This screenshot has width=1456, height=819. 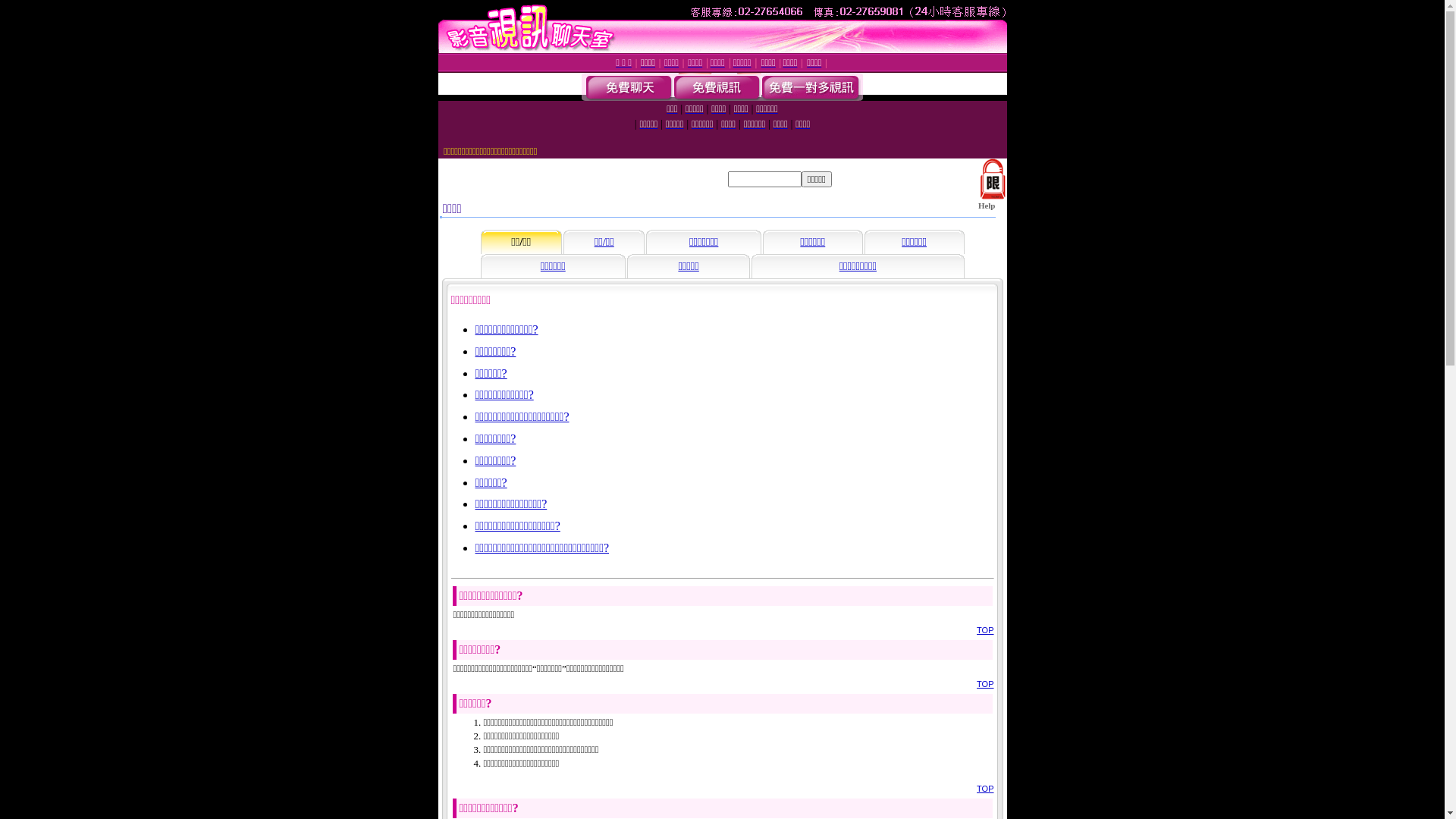 What do you see at coordinates (985, 629) in the screenshot?
I see `'TOP'` at bounding box center [985, 629].